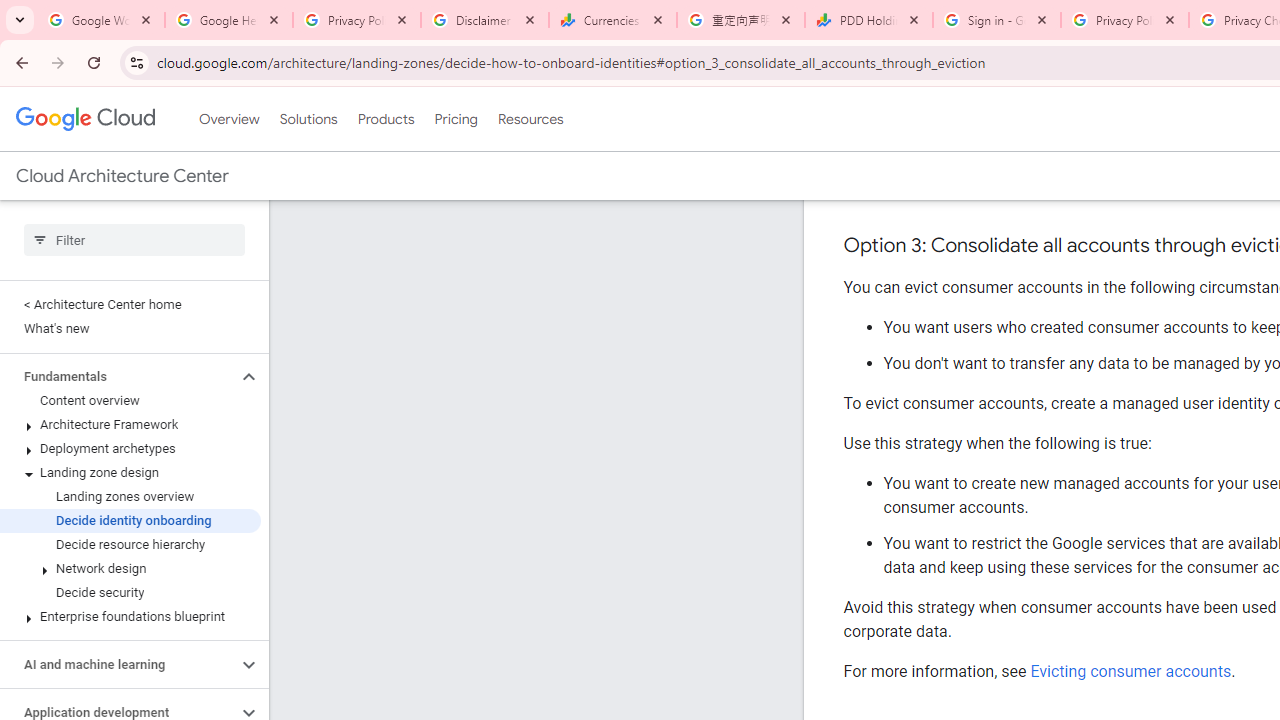 The height and width of the screenshot is (720, 1280). Describe the element at coordinates (129, 496) in the screenshot. I see `'Landing zones overview'` at that location.